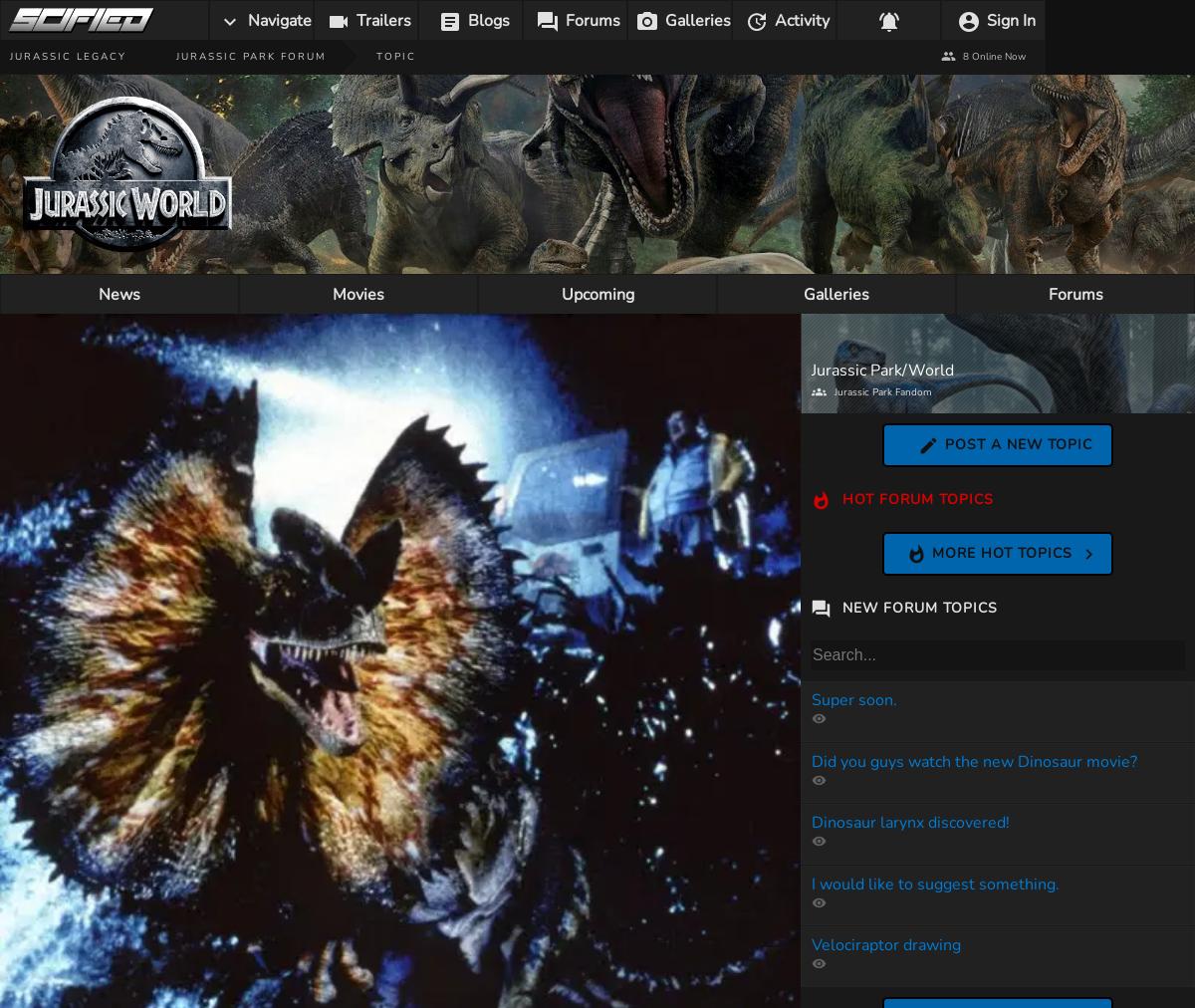 The height and width of the screenshot is (1008, 1195). I want to click on 'More Hot Topics', so click(1002, 552).